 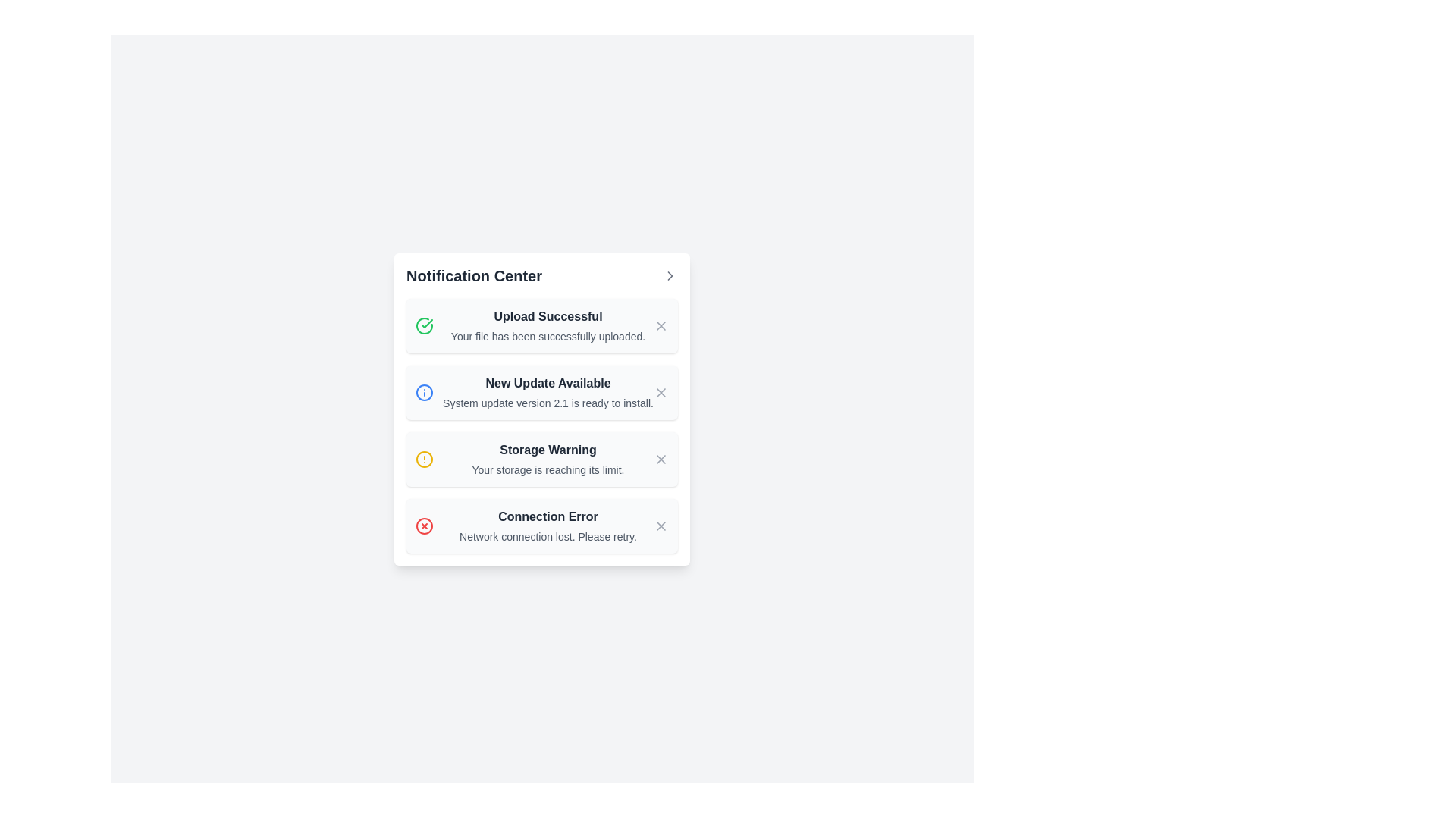 I want to click on the static text label that reads 'New Update Available', which is styled prominently and located in the Notification Center, between 'Upload Successful' and 'Storage Warning', so click(x=548, y=382).